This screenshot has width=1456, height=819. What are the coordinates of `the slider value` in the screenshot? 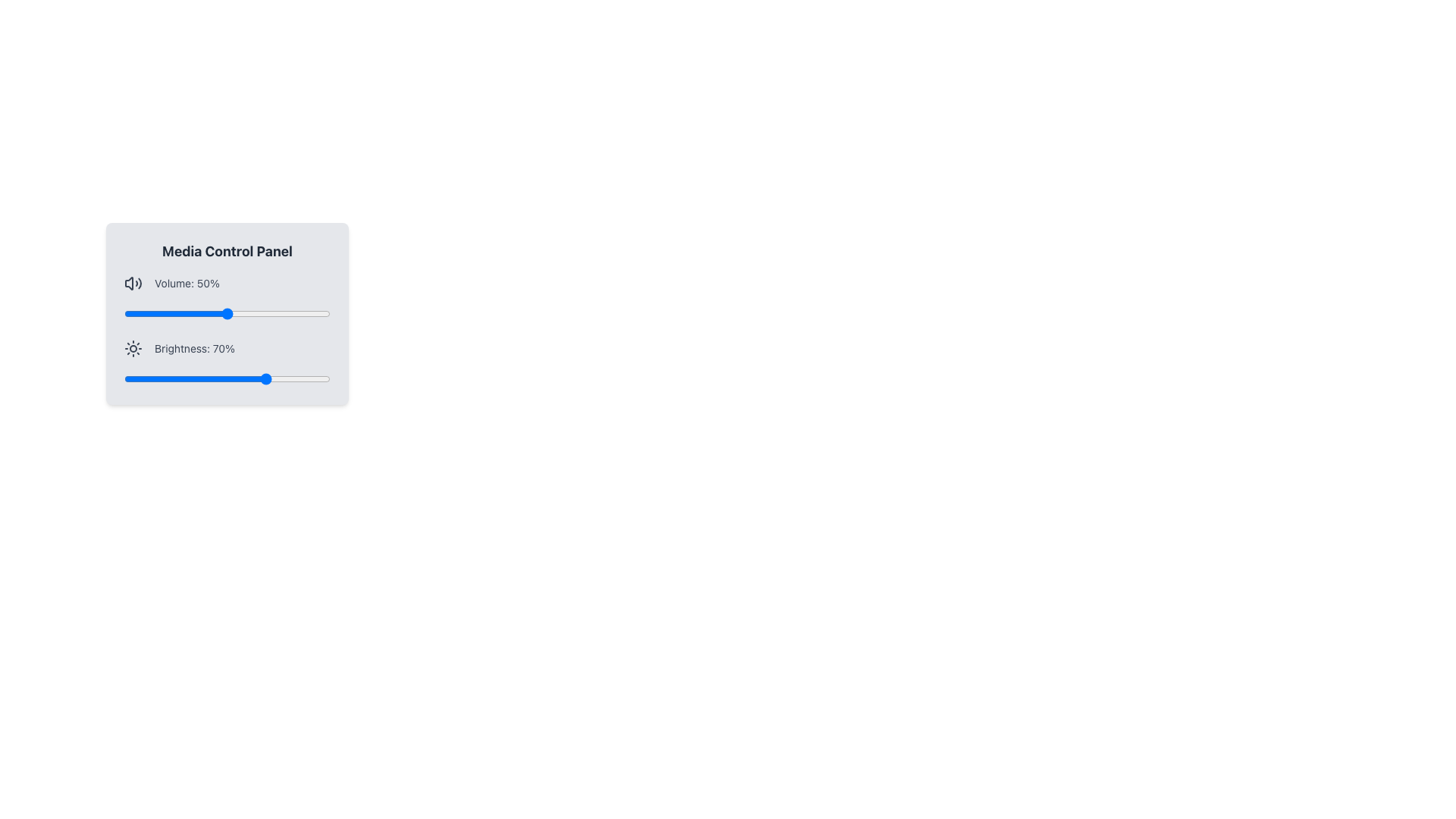 It's located at (264, 312).